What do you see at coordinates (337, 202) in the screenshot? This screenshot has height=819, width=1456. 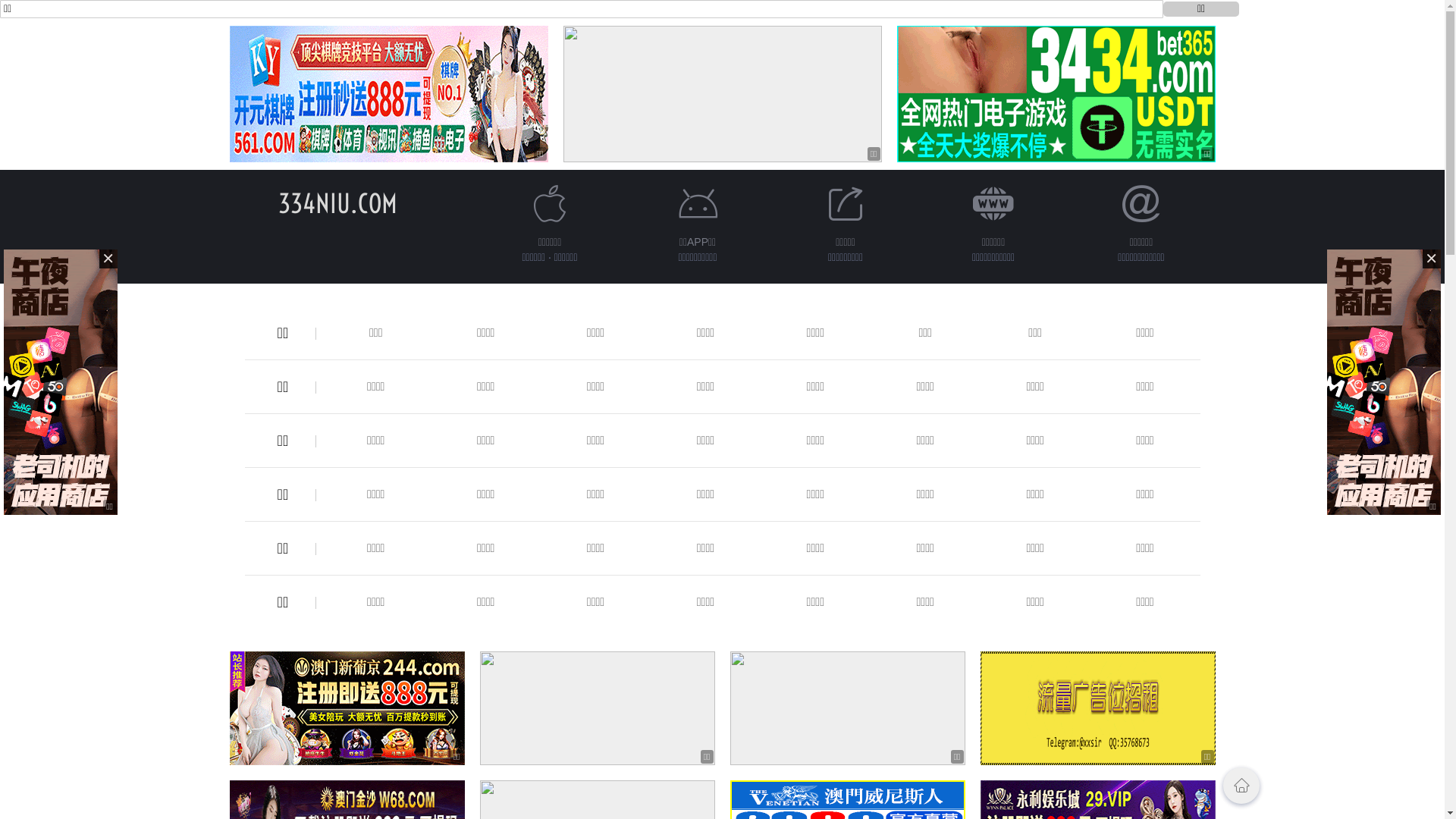 I see `'334NIU.COM'` at bounding box center [337, 202].